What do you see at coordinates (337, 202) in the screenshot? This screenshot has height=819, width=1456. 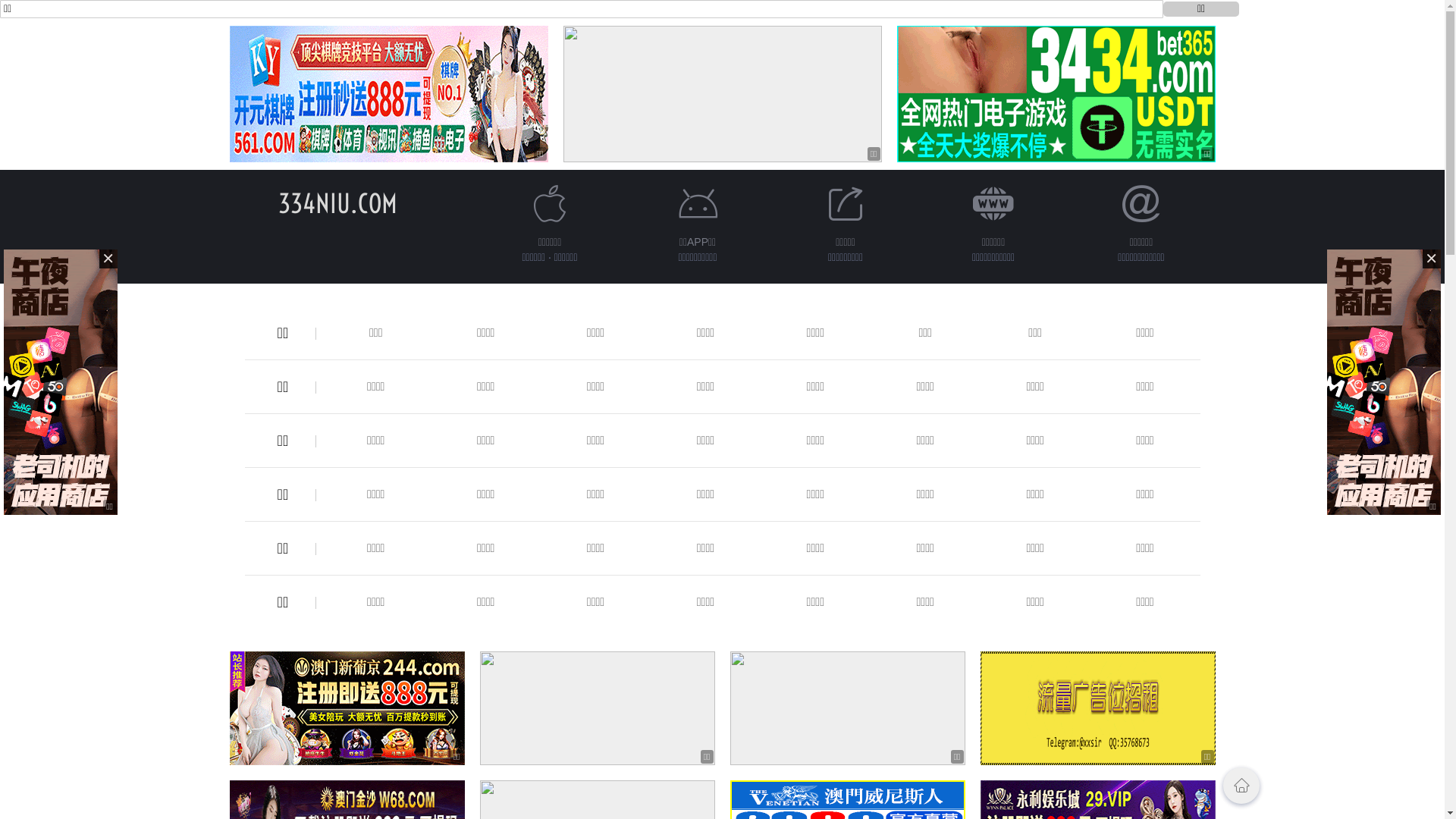 I see `'334NIU.COM'` at bounding box center [337, 202].